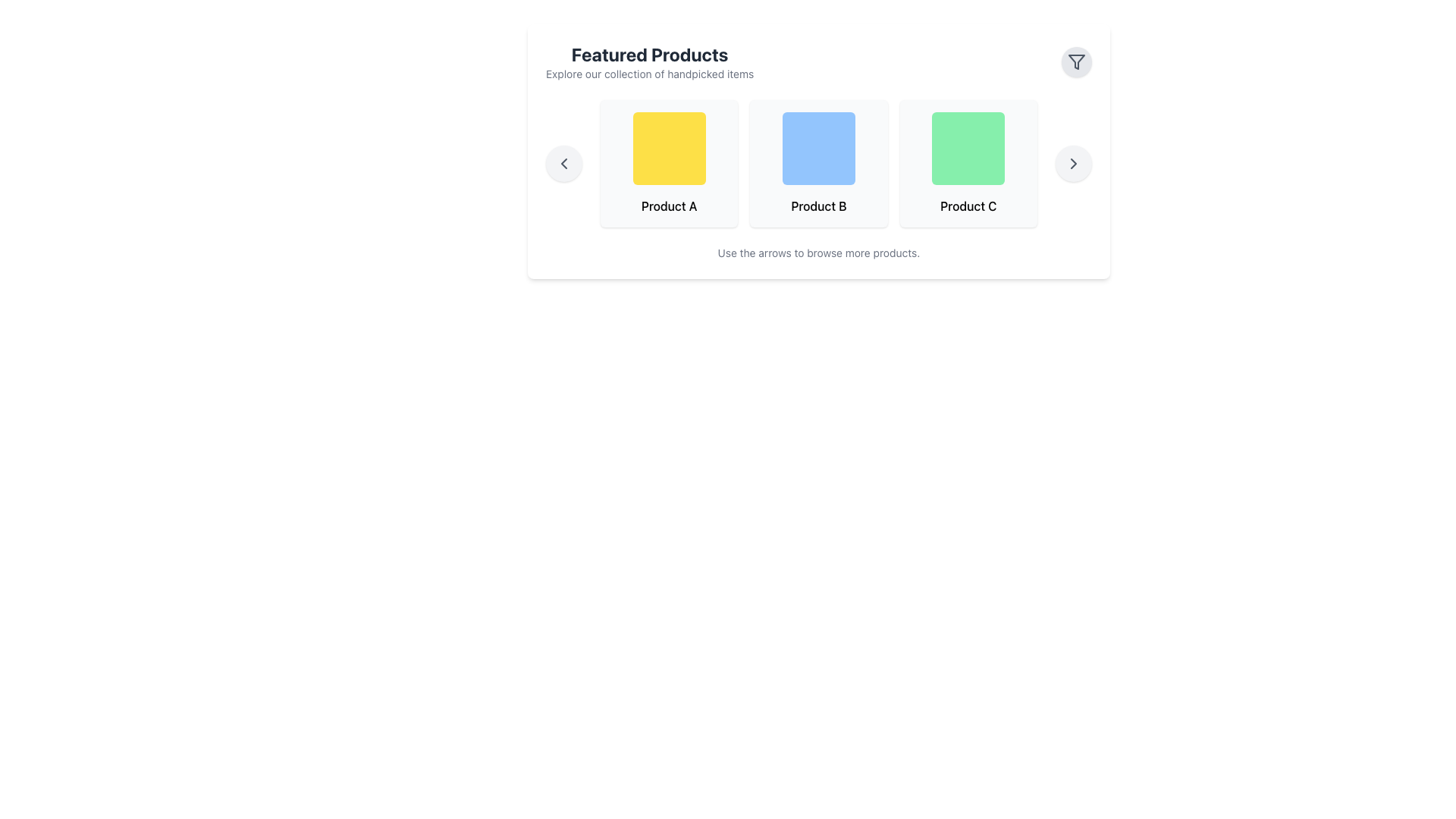  Describe the element at coordinates (563, 164) in the screenshot. I see `the chevron icon within the circular button on the left side of the product display carousel to scroll left through the list of products` at that location.